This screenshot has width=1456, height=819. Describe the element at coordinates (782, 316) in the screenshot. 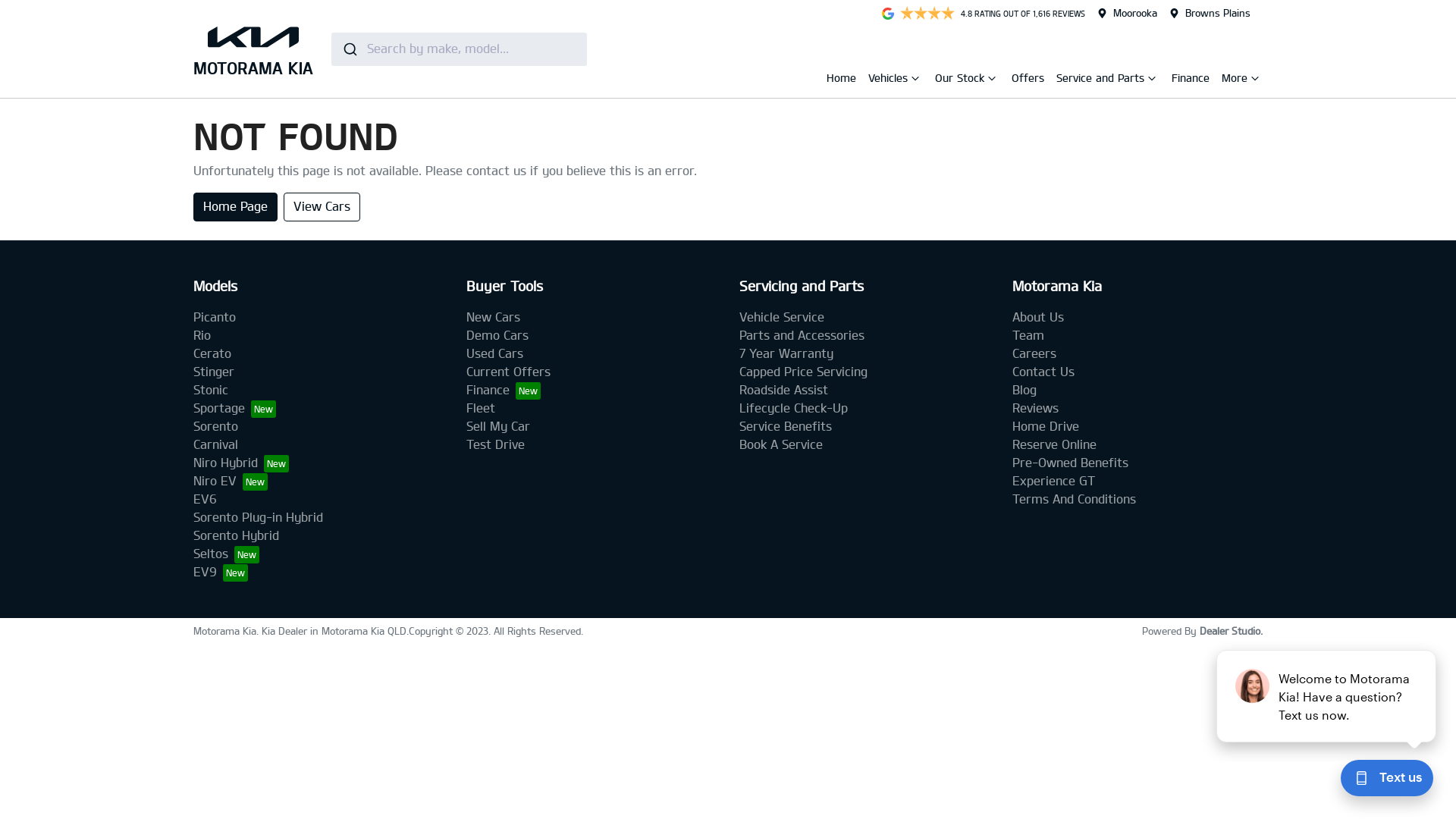

I see `'Vehicle Service'` at that location.